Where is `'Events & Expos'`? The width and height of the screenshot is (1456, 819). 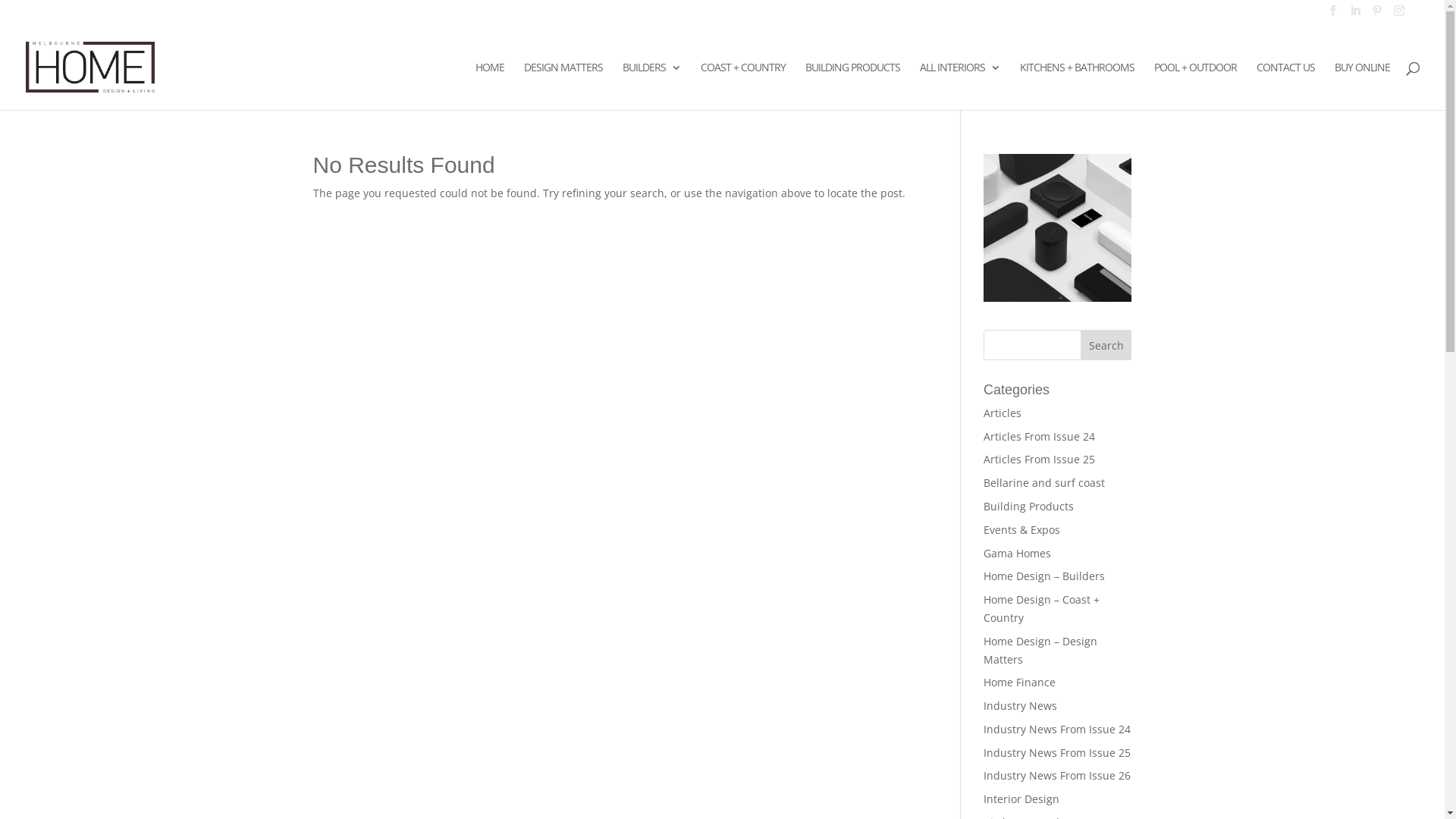 'Events & Expos' is located at coordinates (1021, 529).